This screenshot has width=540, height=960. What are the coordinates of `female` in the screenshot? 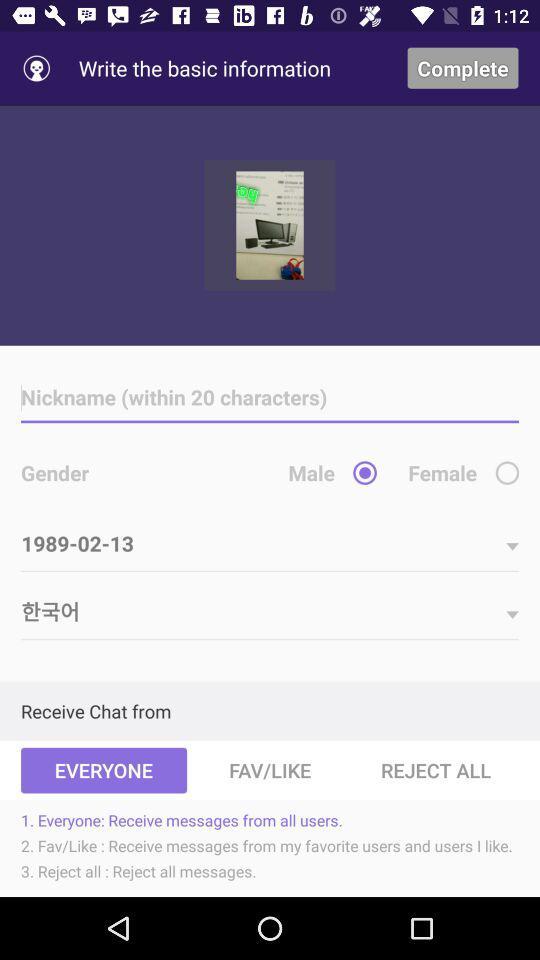 It's located at (507, 473).